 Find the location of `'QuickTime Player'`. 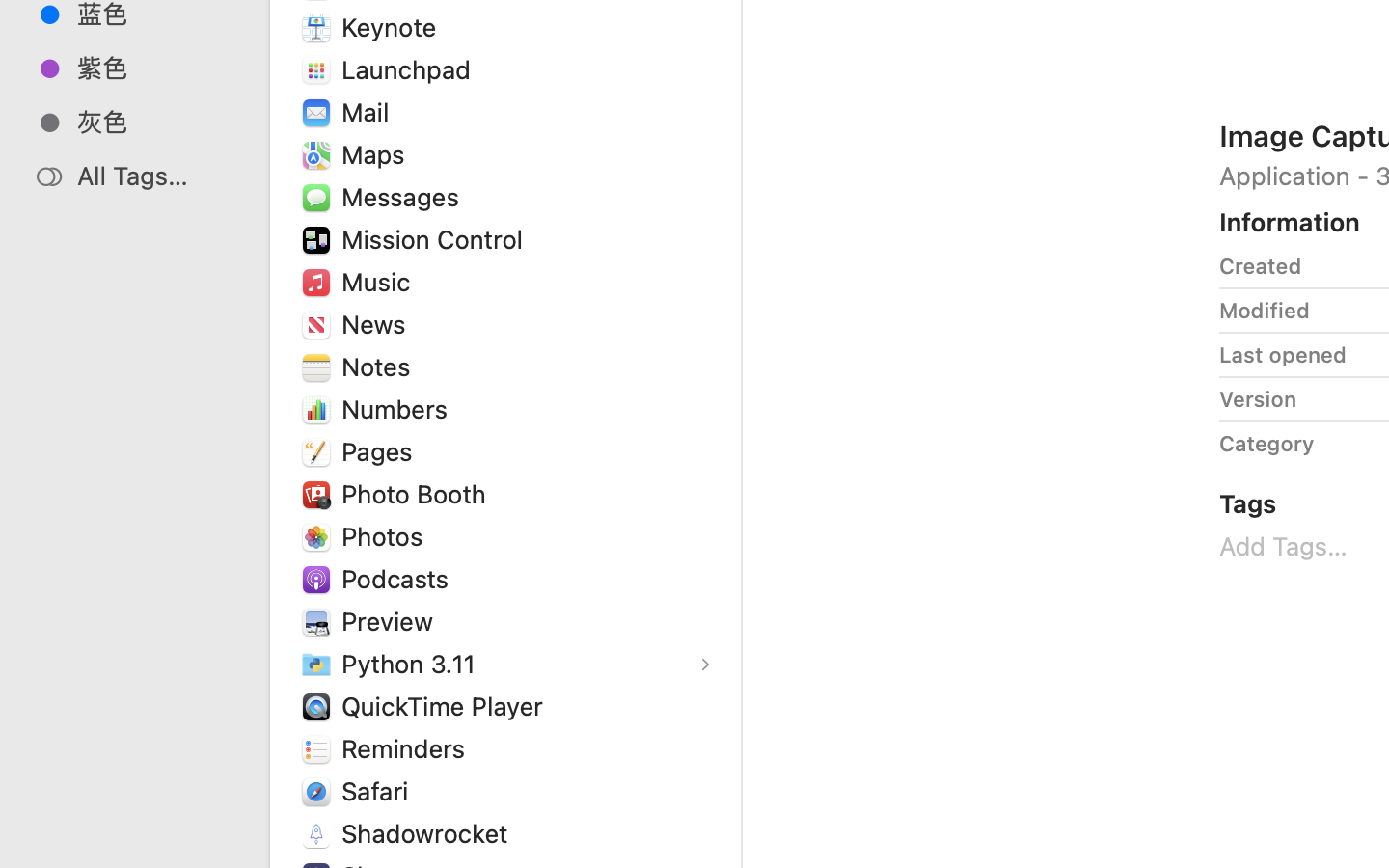

'QuickTime Player' is located at coordinates (446, 704).